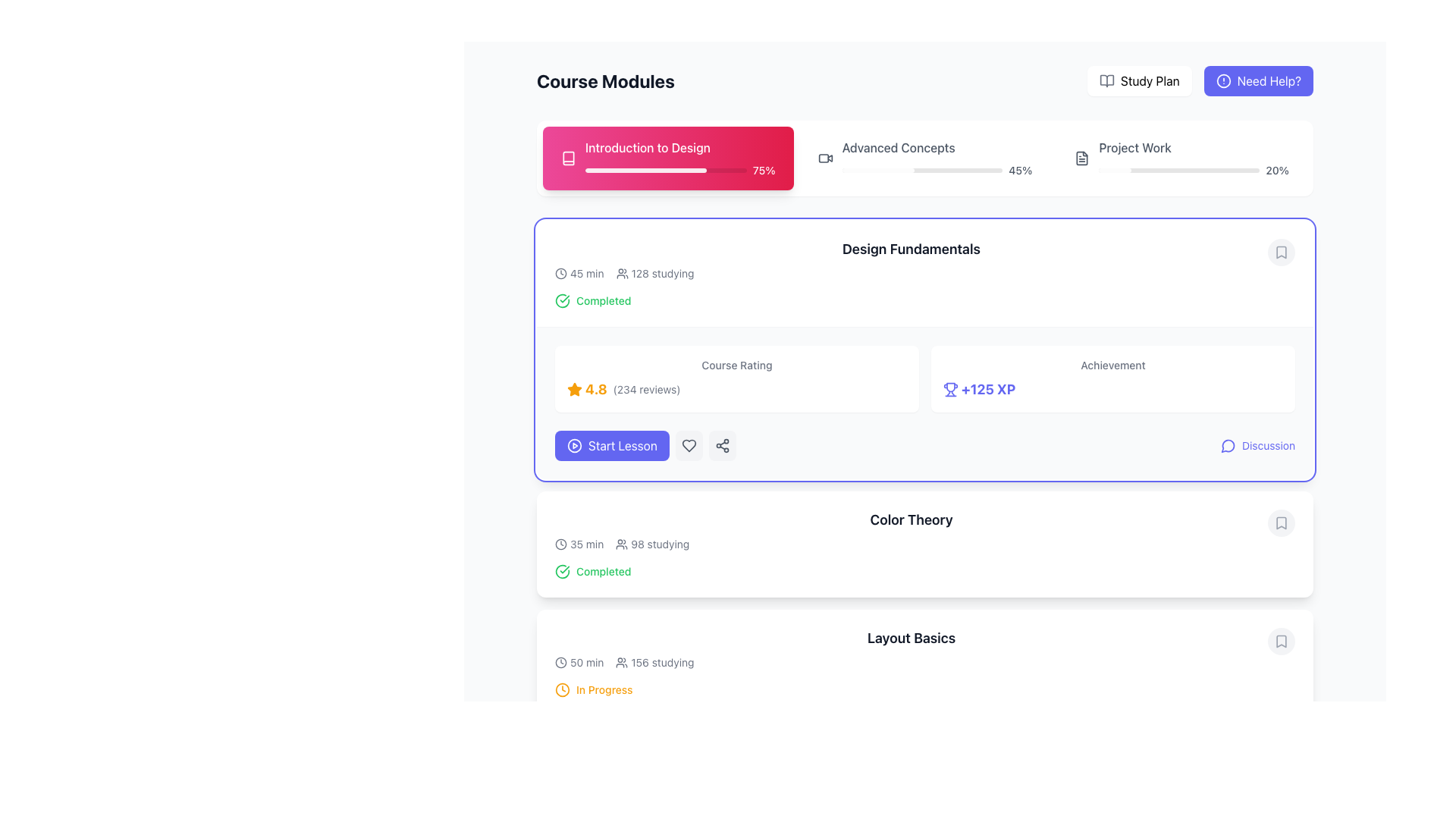 Image resolution: width=1456 pixels, height=819 pixels. I want to click on the file icon located on the right side of the 'Advanced Concepts' and 'Project Work' progress indicators, so click(1081, 158).